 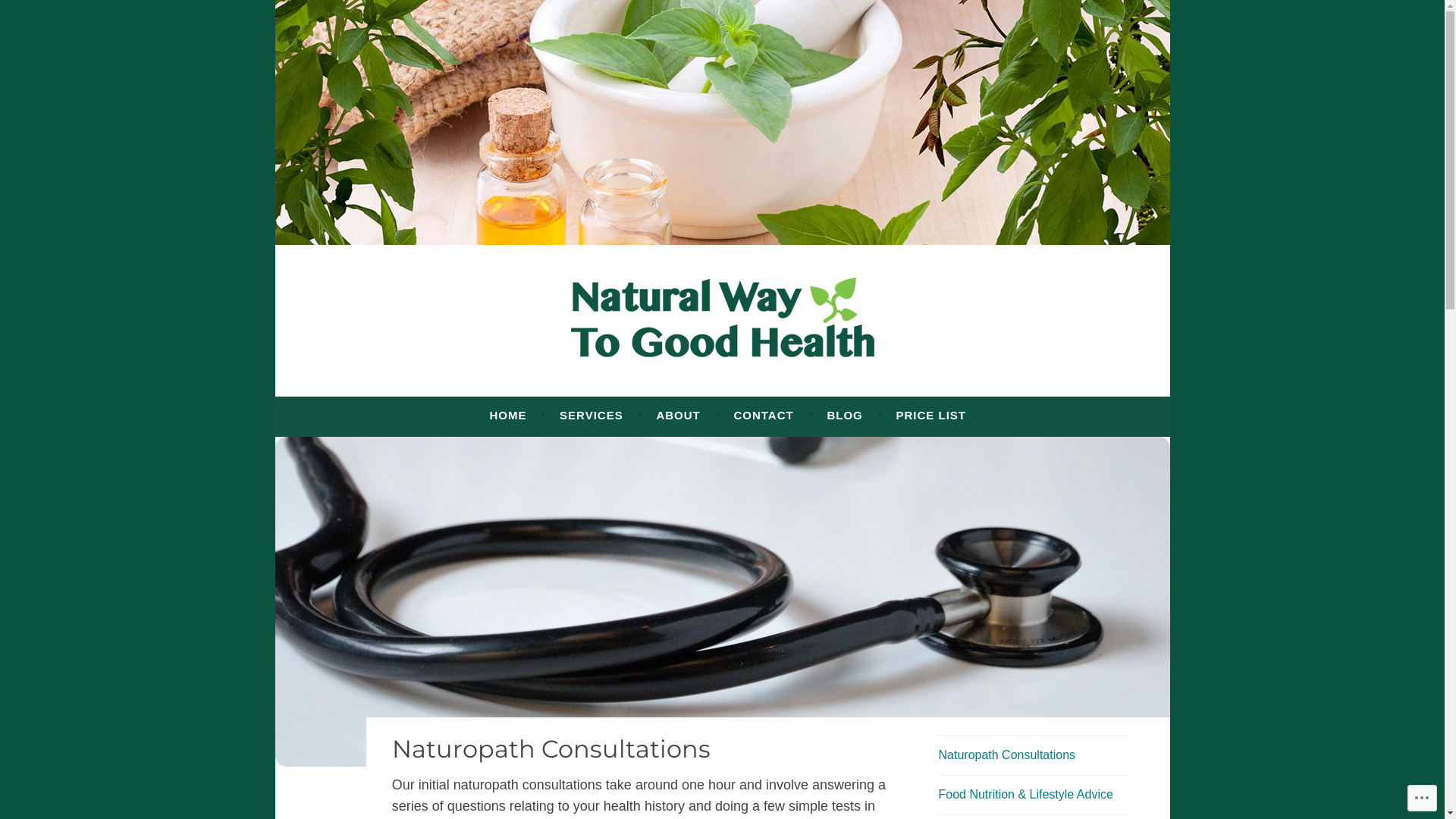 What do you see at coordinates (1026, 793) in the screenshot?
I see `'Food Nutrition & Lifestyle Advice'` at bounding box center [1026, 793].